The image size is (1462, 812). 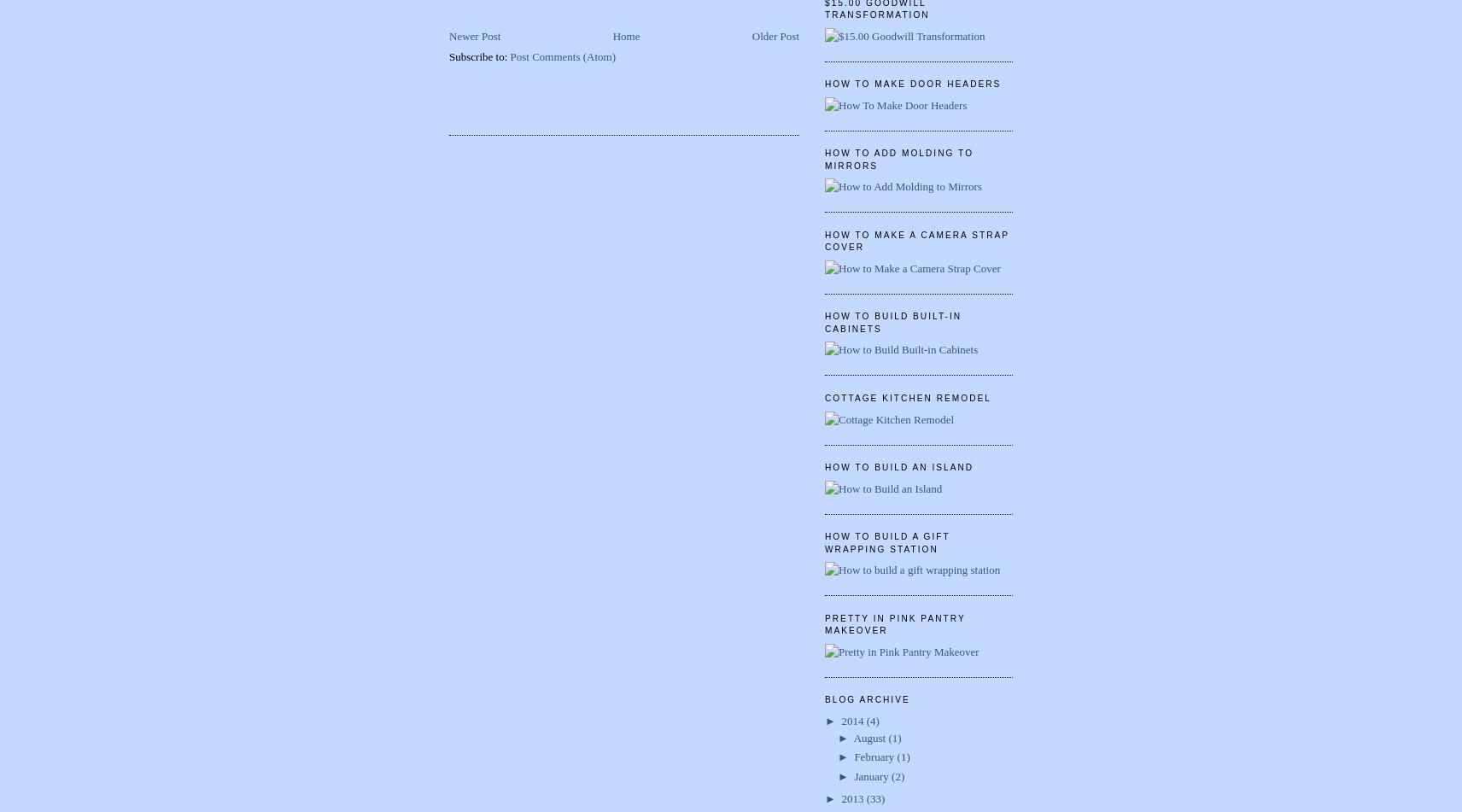 What do you see at coordinates (869, 736) in the screenshot?
I see `'August'` at bounding box center [869, 736].